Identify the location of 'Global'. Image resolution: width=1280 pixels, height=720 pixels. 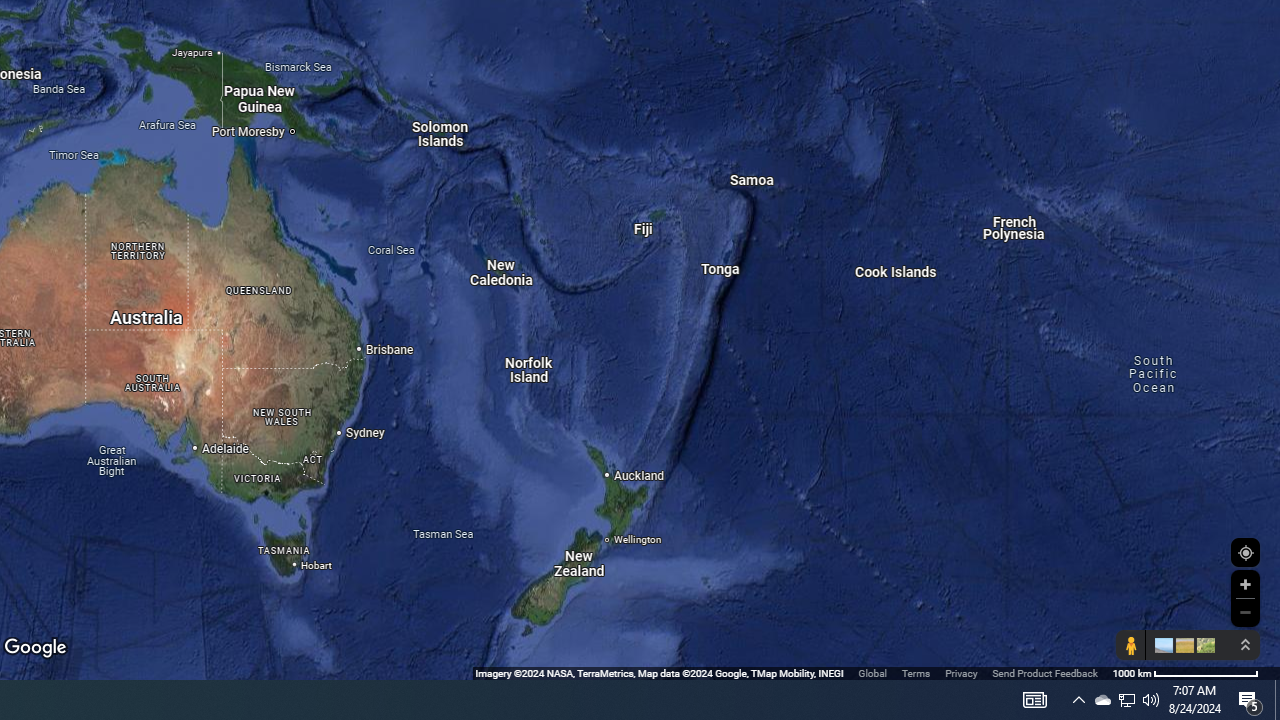
(872, 673).